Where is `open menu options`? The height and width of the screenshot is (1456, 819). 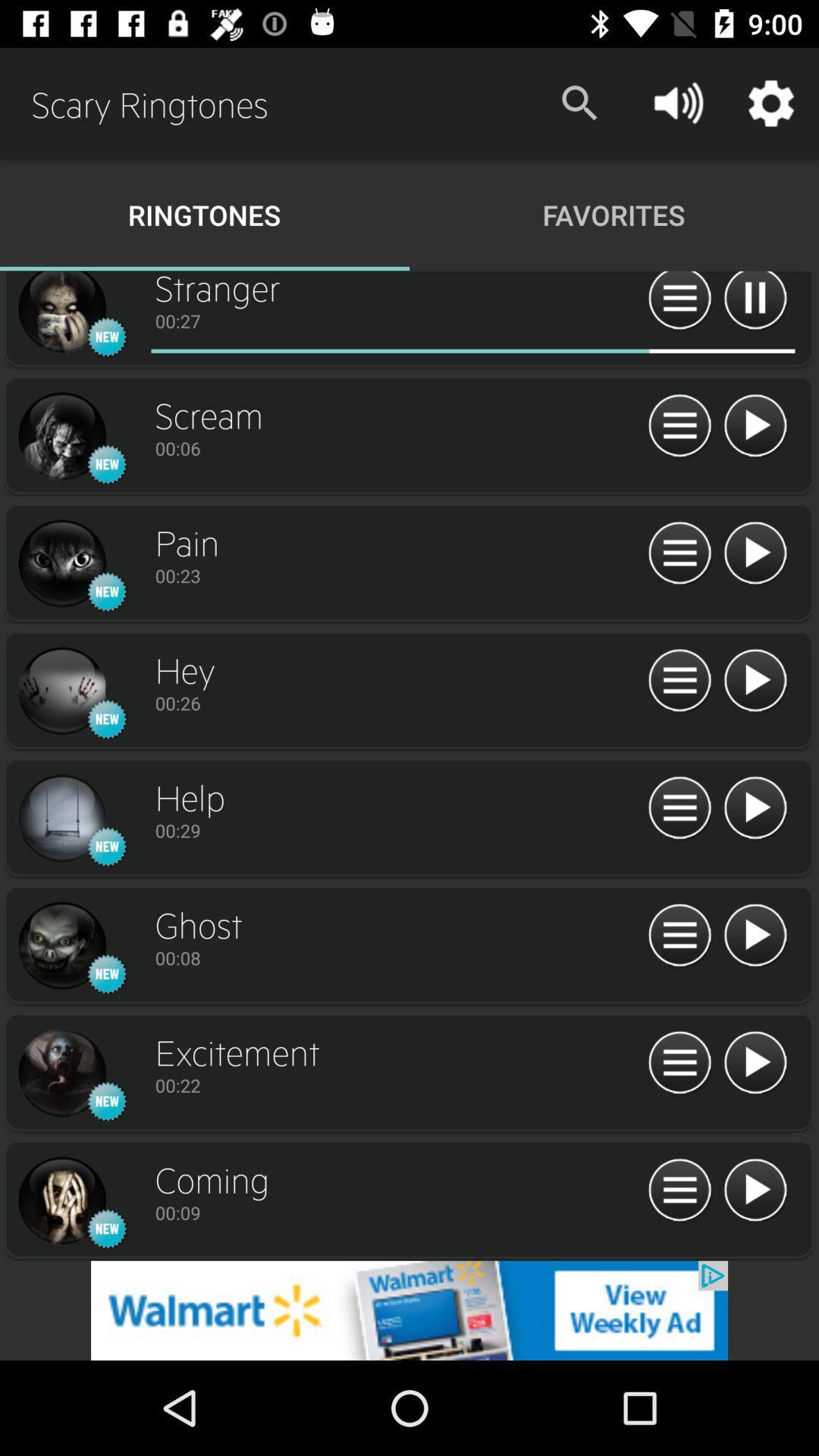
open menu options is located at coordinates (679, 553).